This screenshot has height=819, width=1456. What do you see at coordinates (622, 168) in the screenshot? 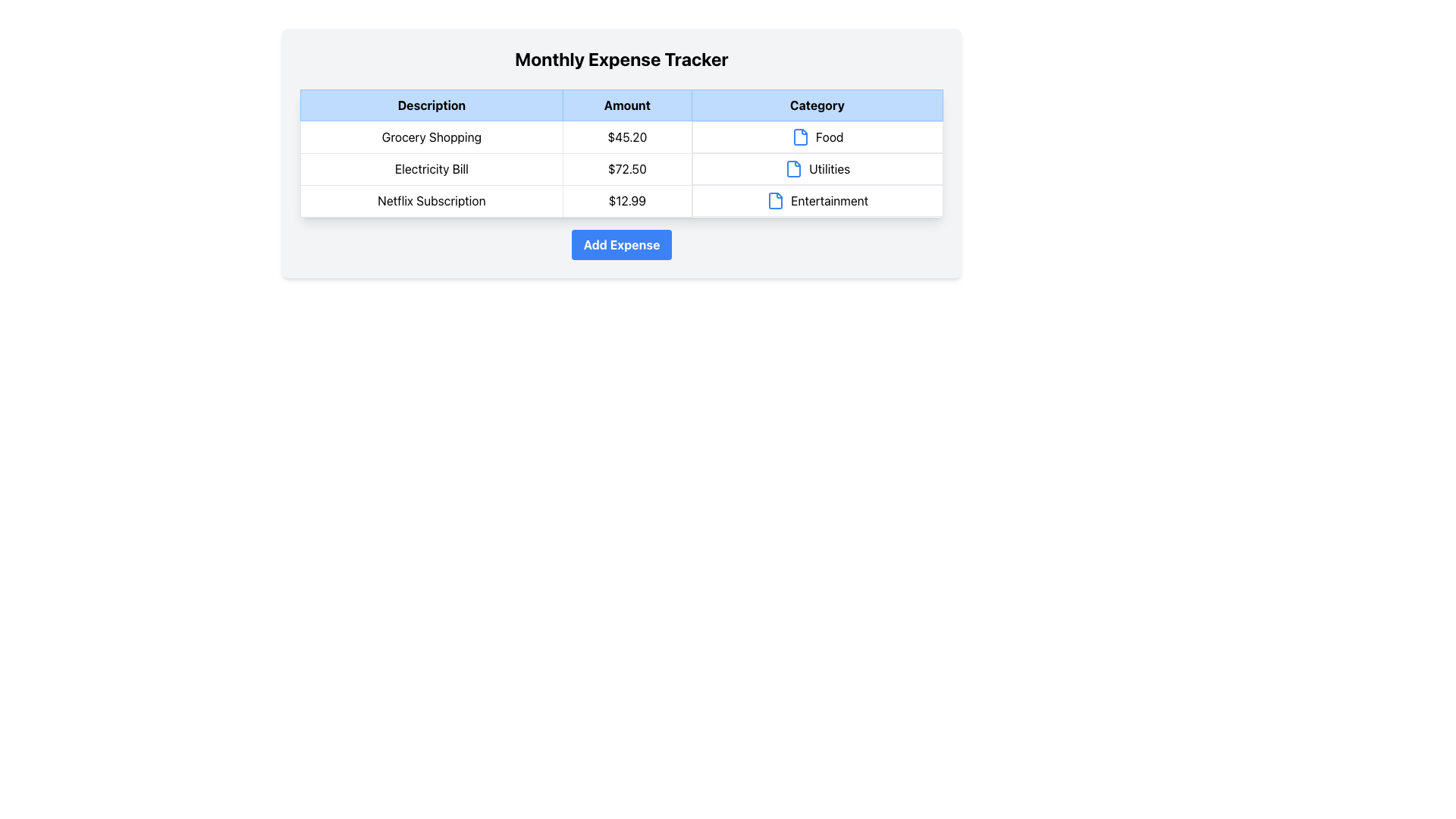
I see `the second row of the expense table, which contains columns for description, amount, and category` at bounding box center [622, 168].